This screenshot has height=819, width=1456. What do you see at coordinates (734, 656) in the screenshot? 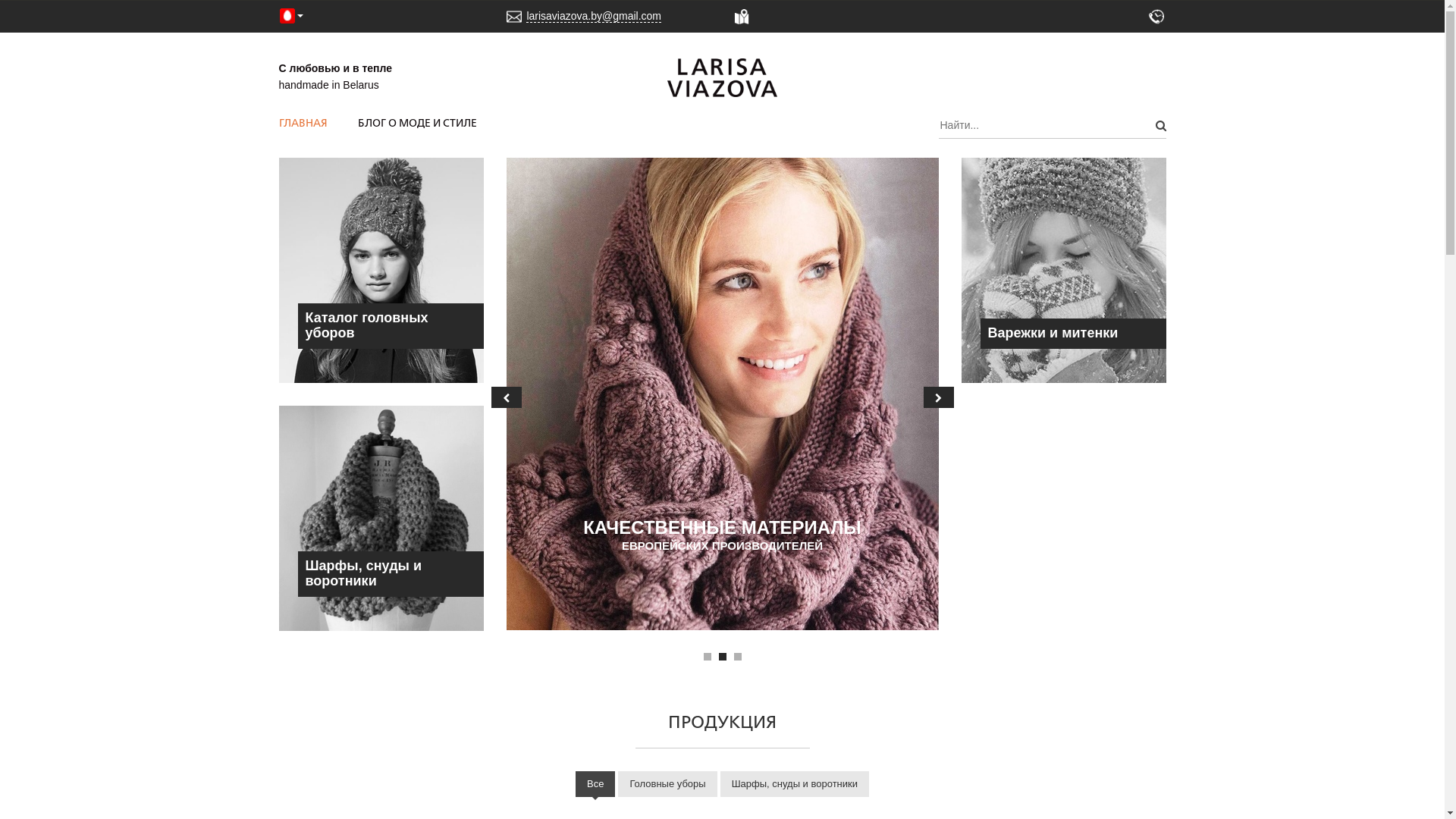
I see `'3'` at bounding box center [734, 656].